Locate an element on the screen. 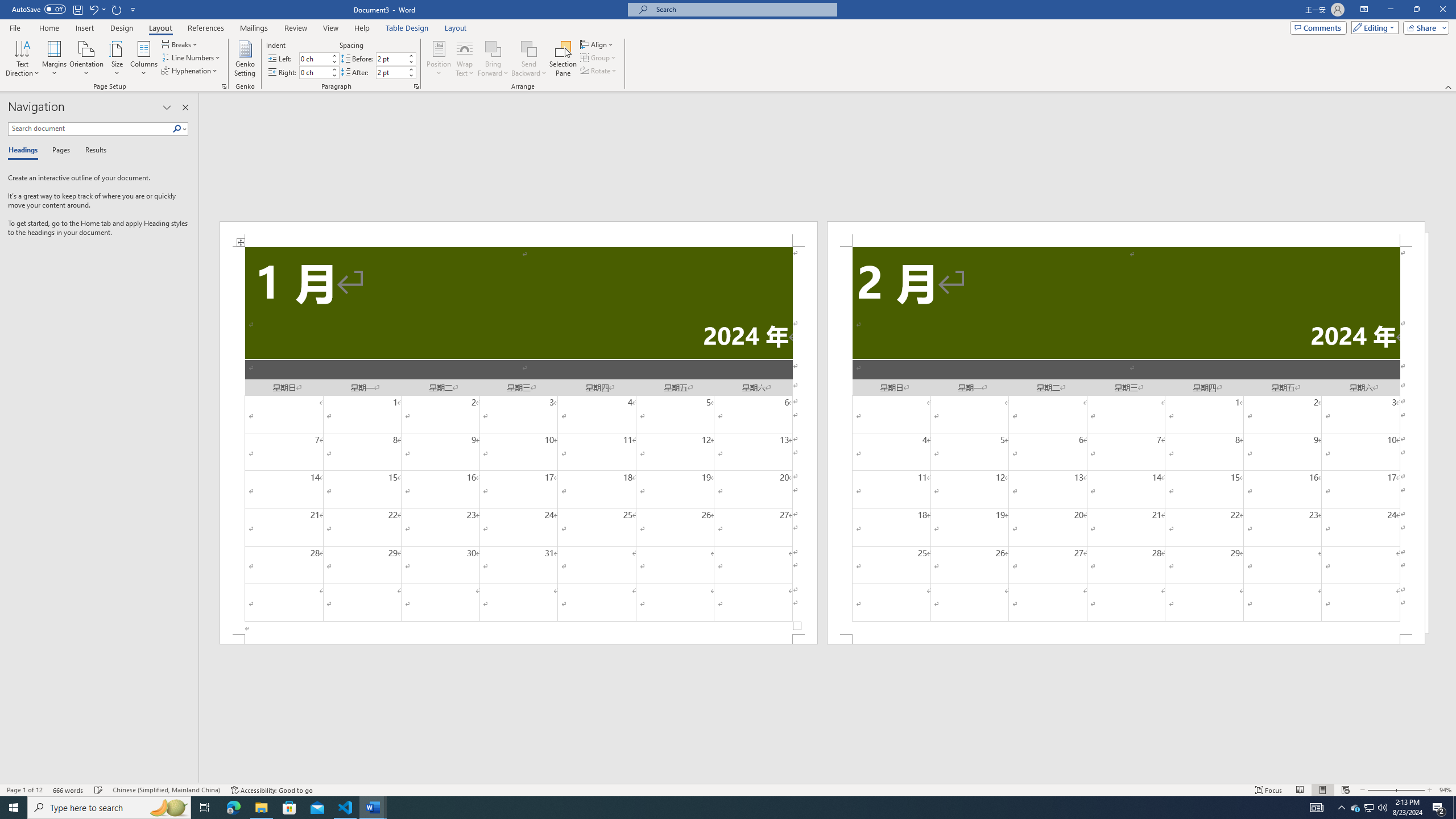 Image resolution: width=1456 pixels, height=819 pixels. 'Headings' is located at coordinates (25, 150).